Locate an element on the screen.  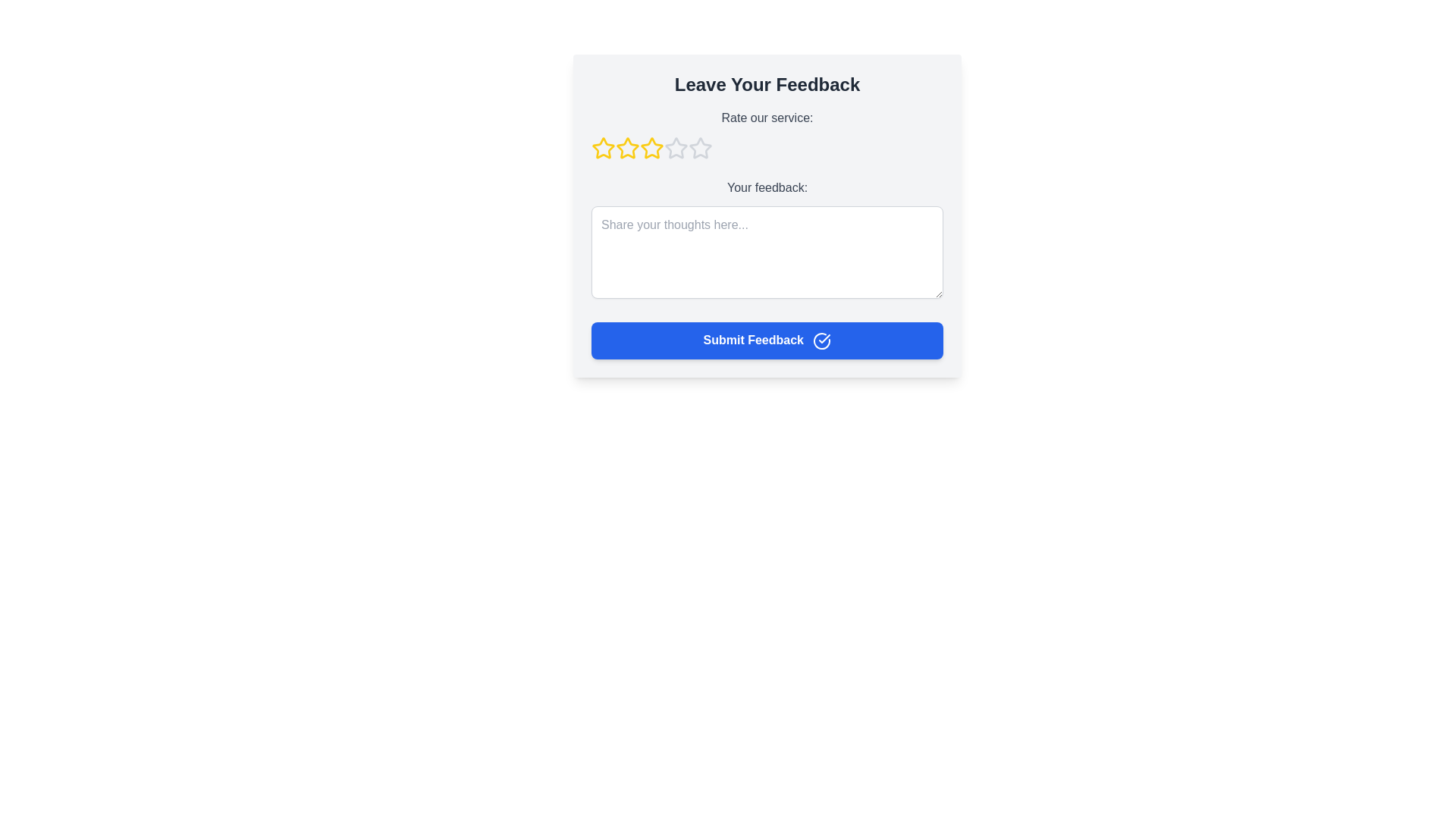
the label text 'Your feedback:' which is styled in medium-sized gray font and located in the mid-section of the form, below the star rating input is located at coordinates (767, 187).